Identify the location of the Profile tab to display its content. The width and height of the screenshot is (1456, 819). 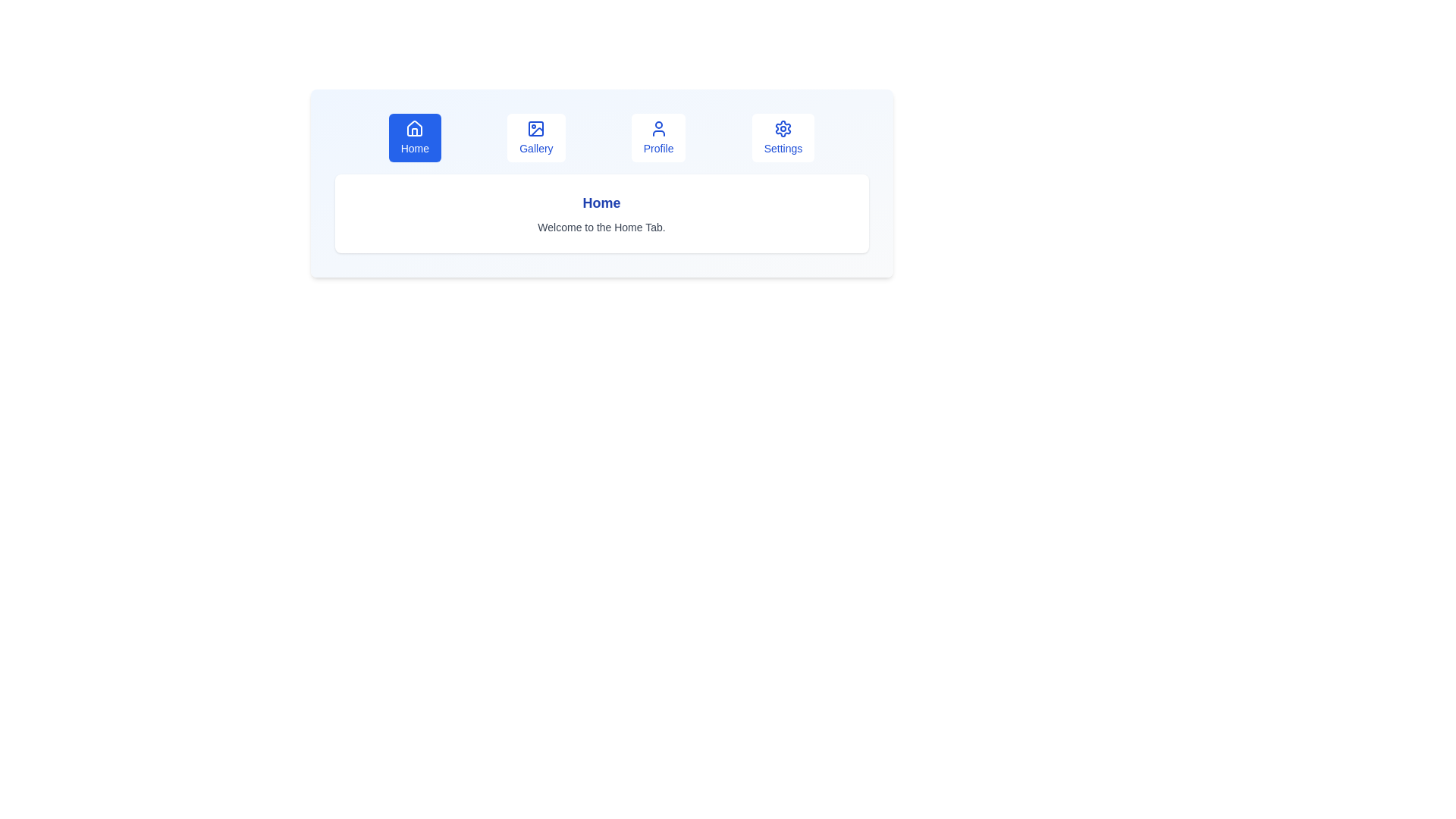
(658, 137).